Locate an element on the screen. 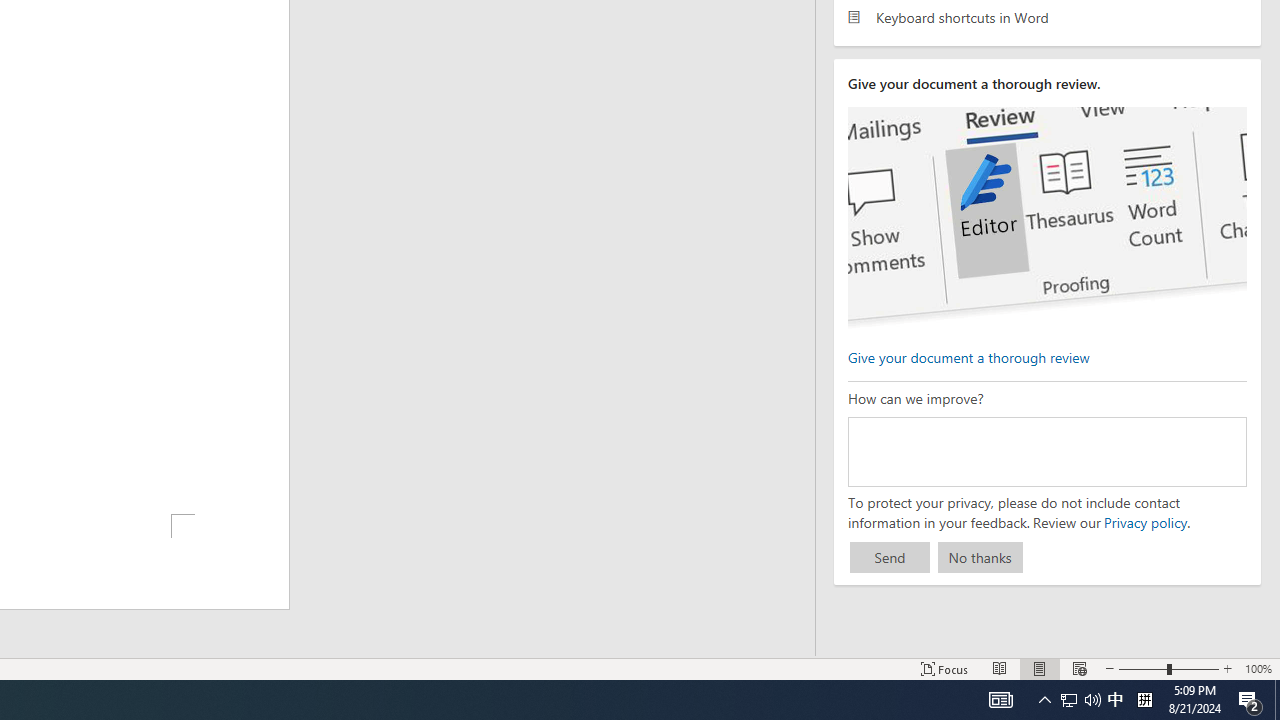 The image size is (1280, 720). 'Web Layout' is located at coordinates (1078, 669).